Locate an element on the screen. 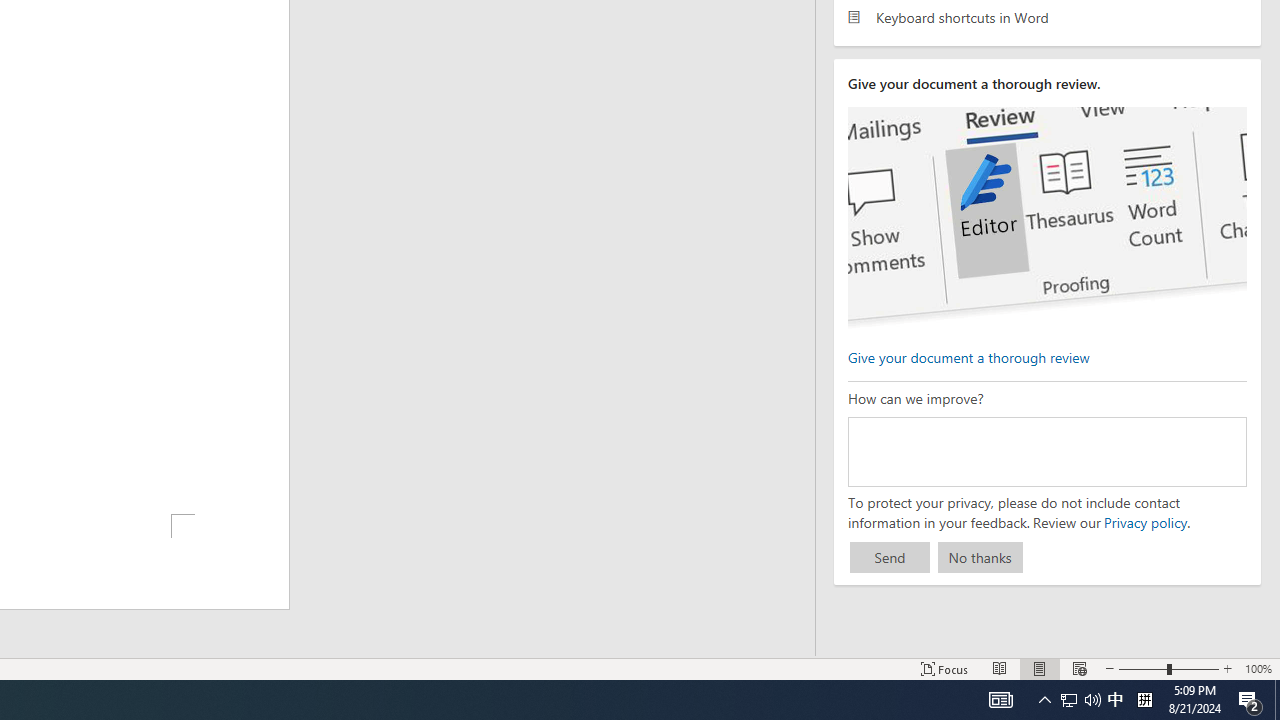 The image size is (1280, 720). 'Web Layout' is located at coordinates (1078, 669).